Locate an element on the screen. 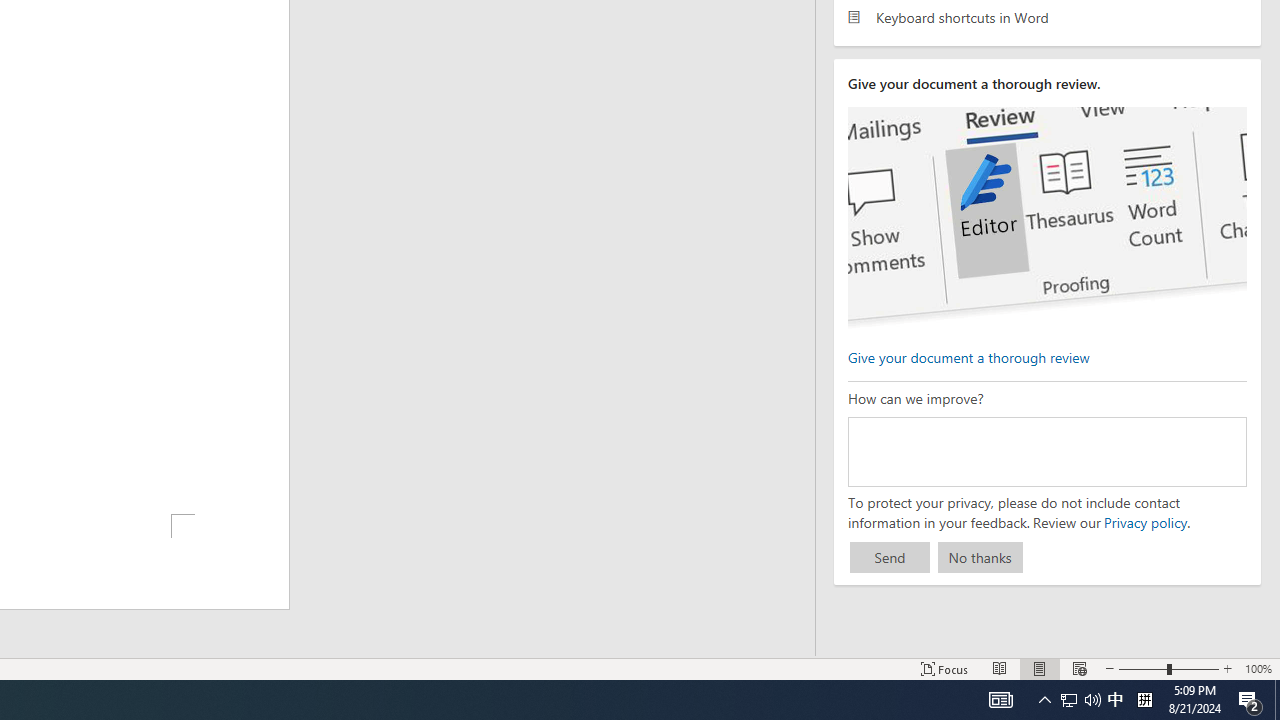 The image size is (1280, 720). 'Web Layout' is located at coordinates (1078, 669).